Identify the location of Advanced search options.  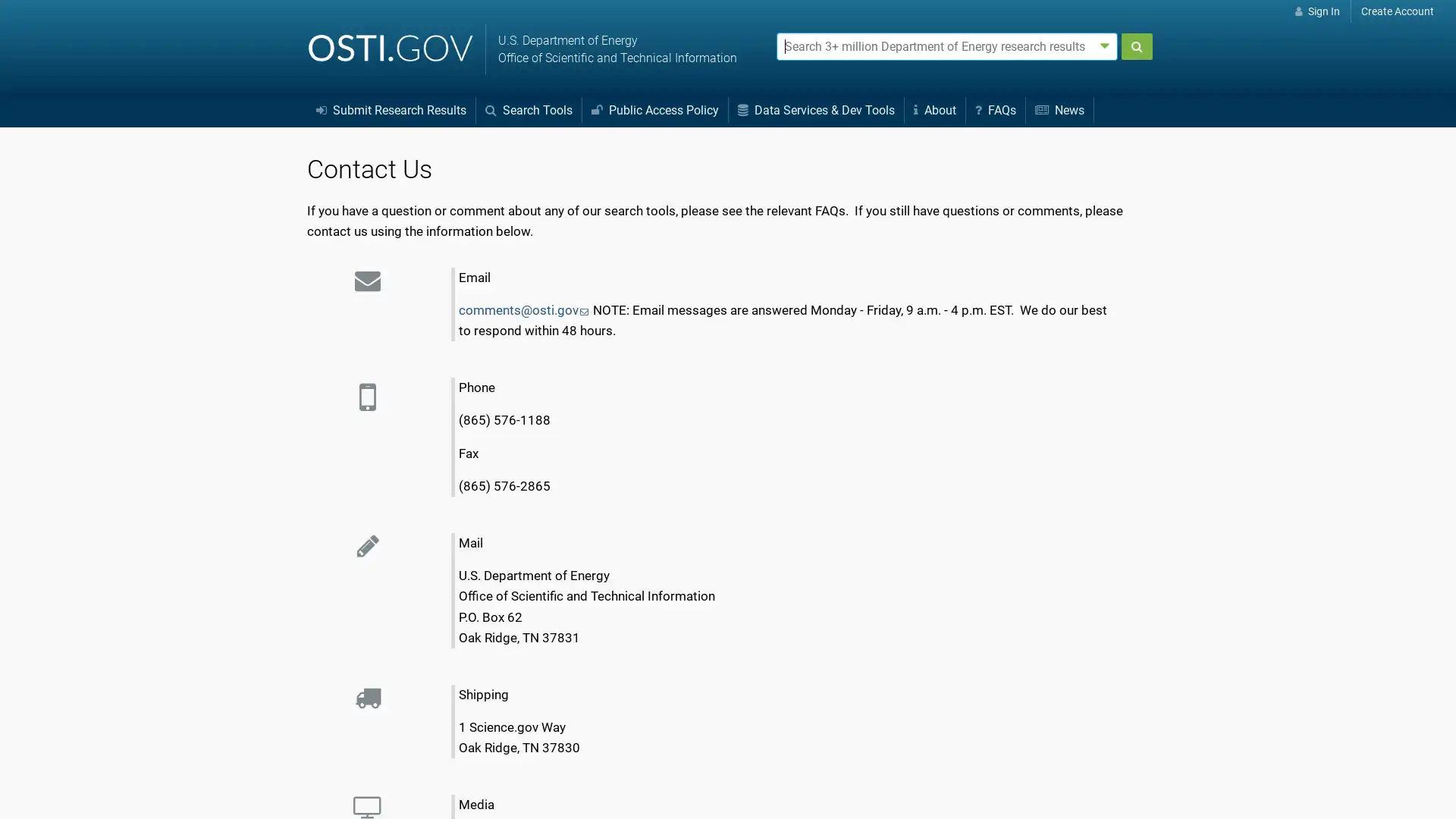
(1105, 45).